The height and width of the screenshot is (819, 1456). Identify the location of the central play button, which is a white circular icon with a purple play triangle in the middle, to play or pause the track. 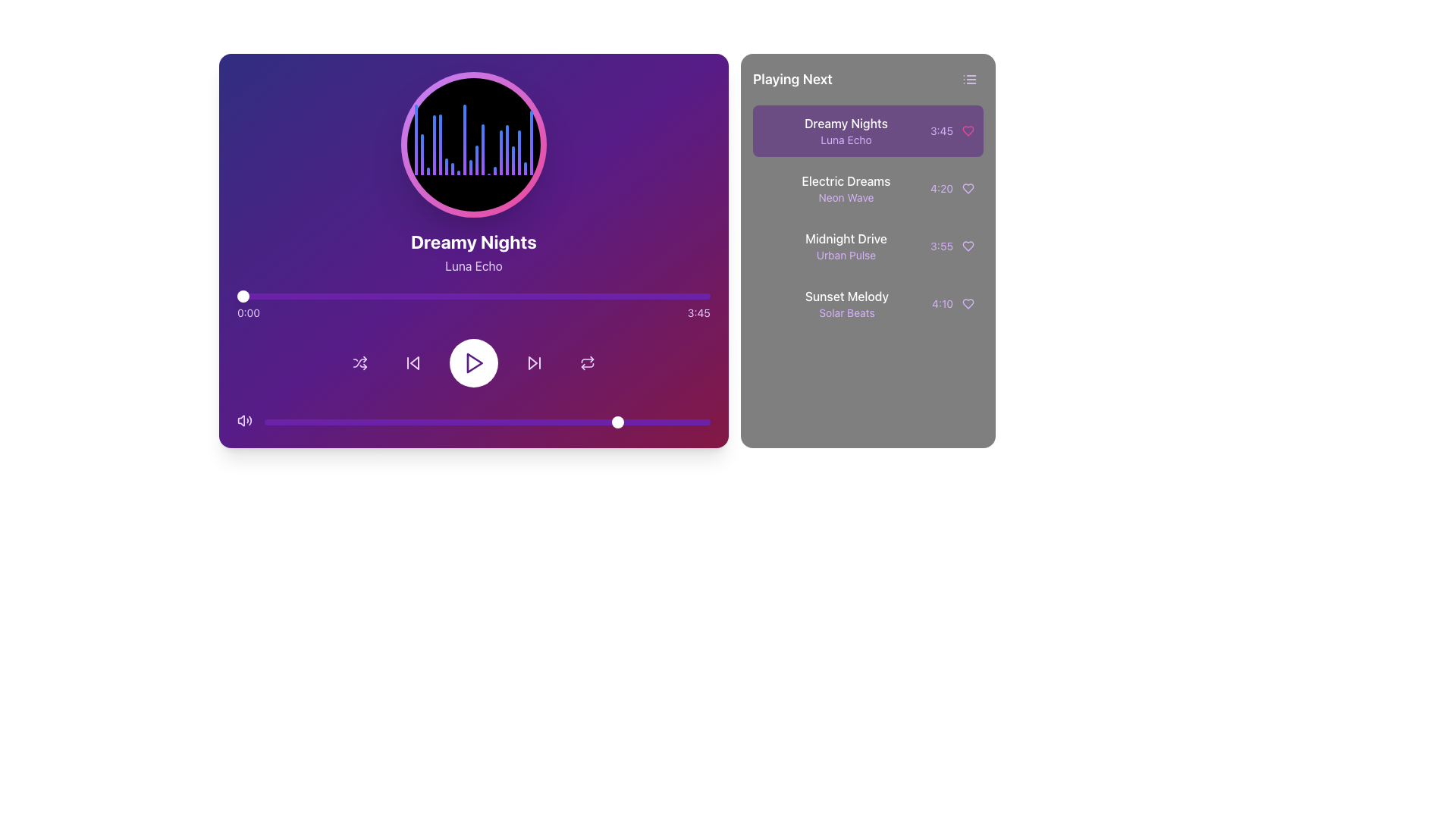
(472, 362).